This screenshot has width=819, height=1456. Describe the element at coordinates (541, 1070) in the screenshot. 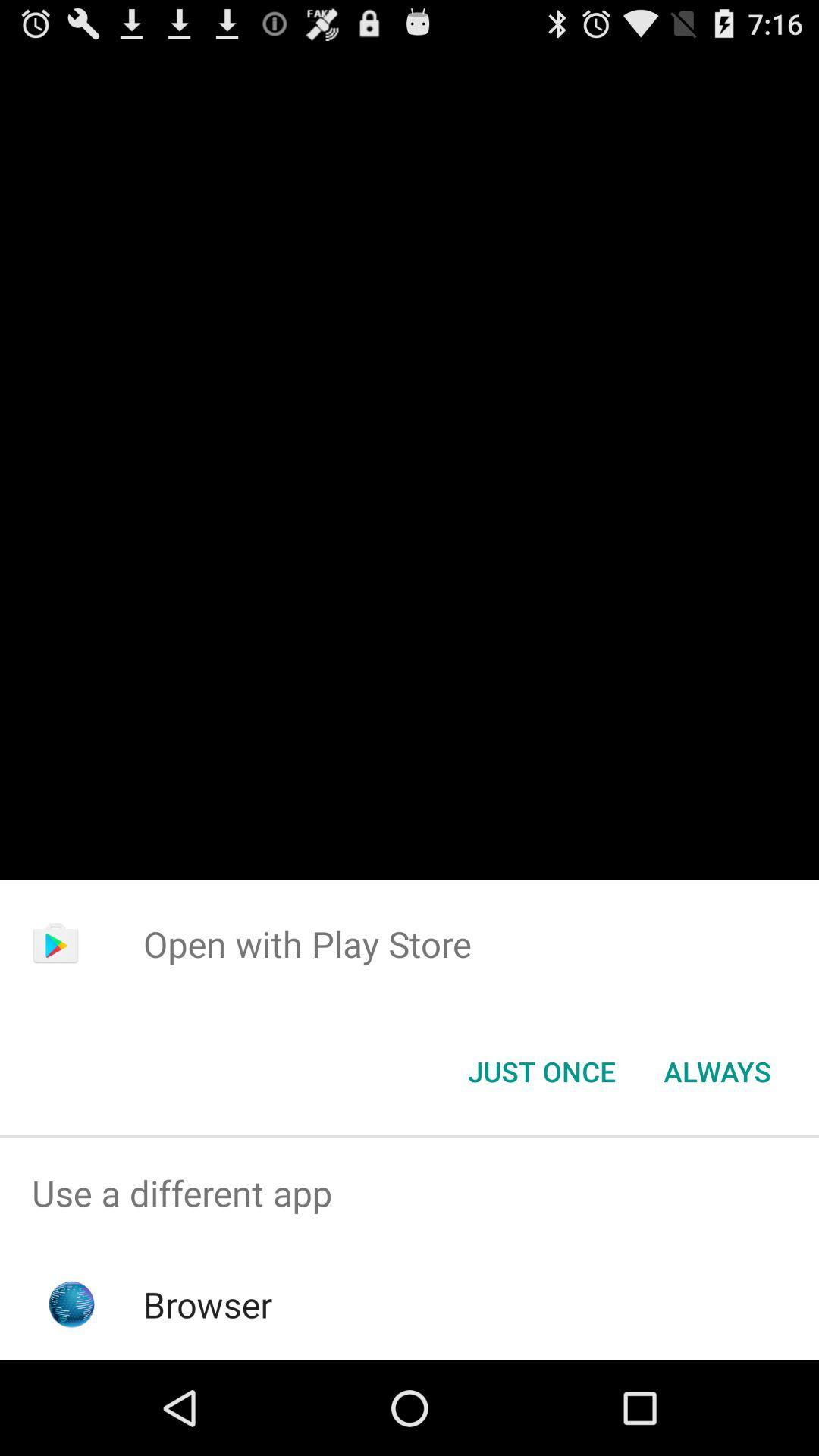

I see `just once icon` at that location.